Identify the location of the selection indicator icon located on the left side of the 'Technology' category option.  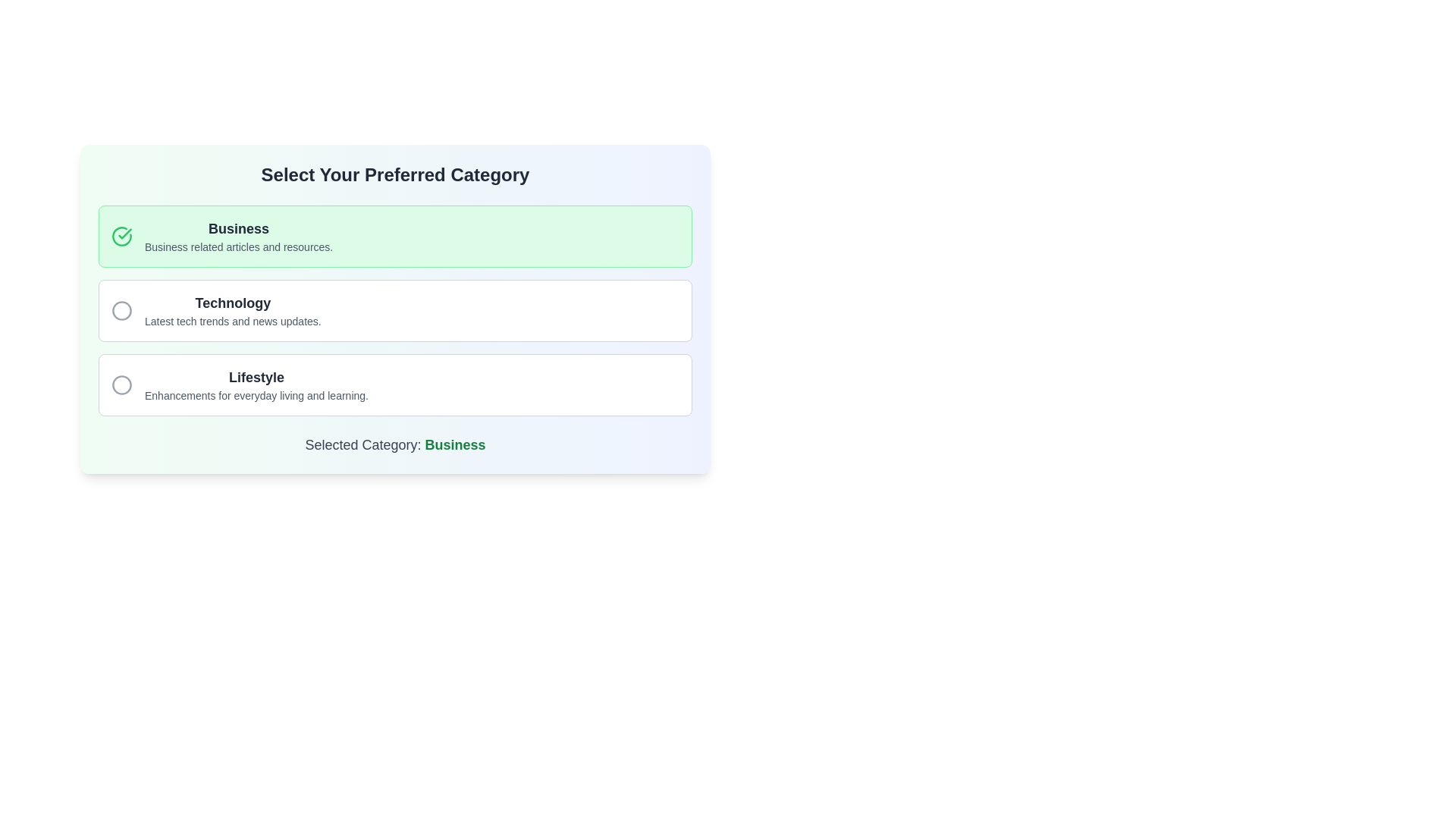
(122, 309).